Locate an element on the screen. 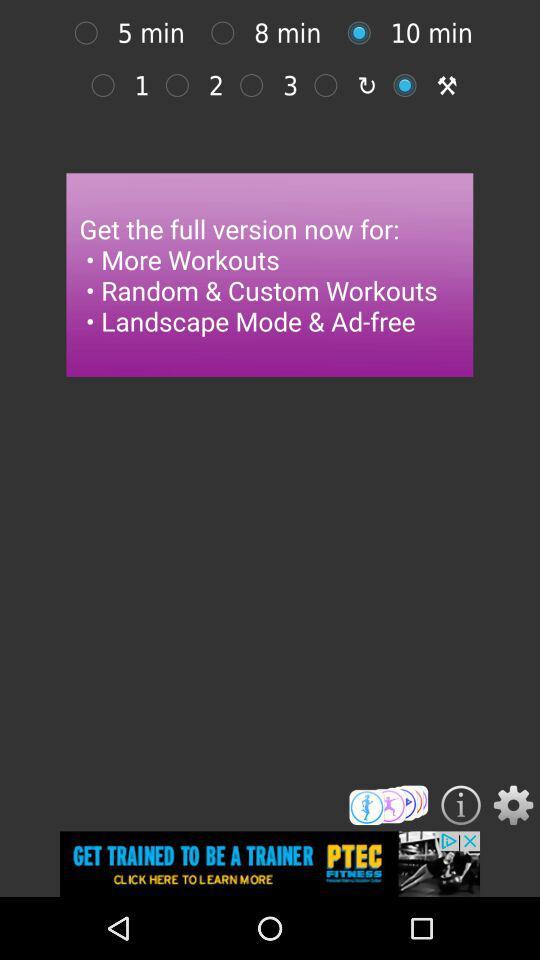 Image resolution: width=540 pixels, height=960 pixels. select is located at coordinates (256, 85).